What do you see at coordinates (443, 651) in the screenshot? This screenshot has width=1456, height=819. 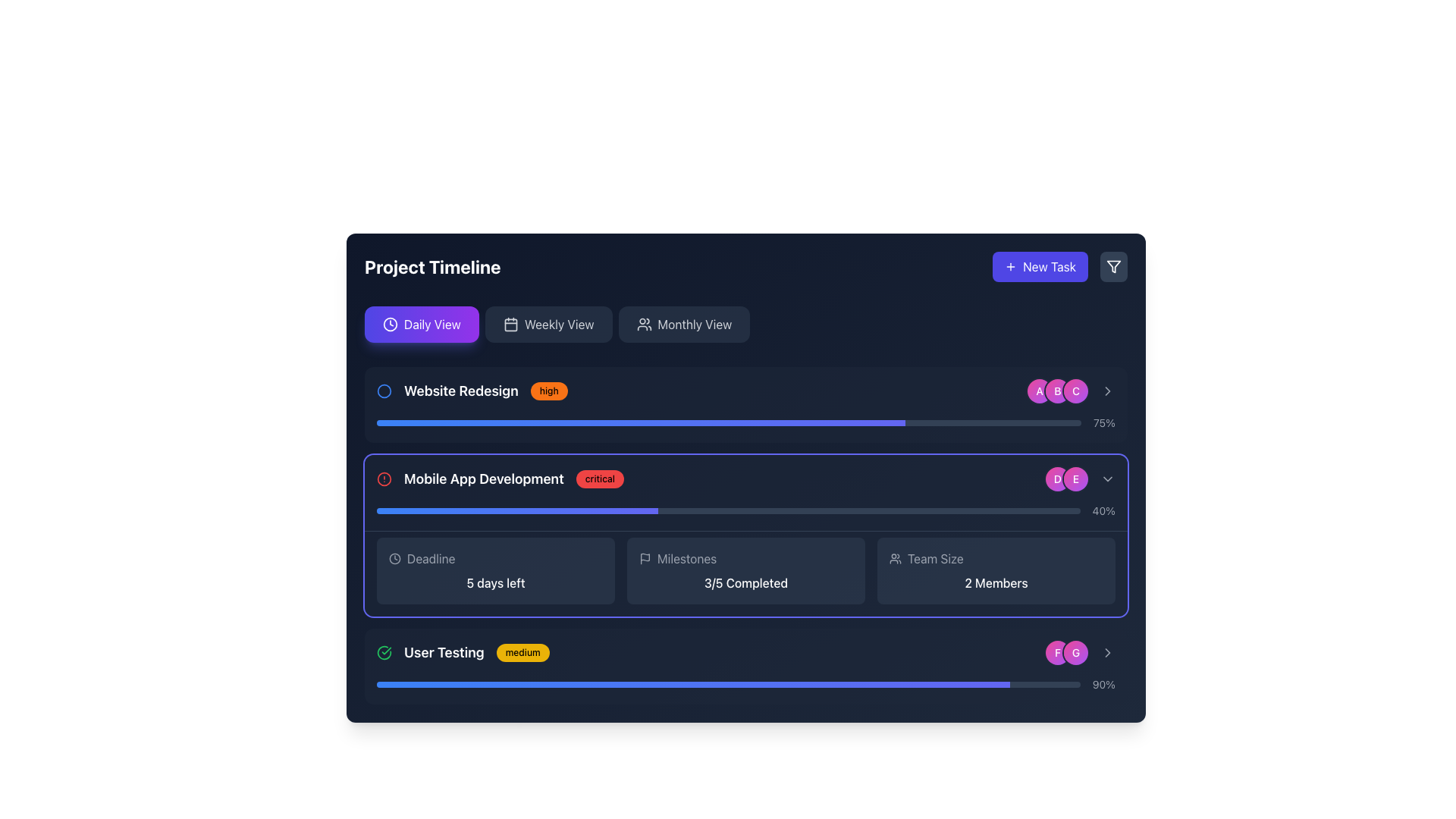 I see `the label located below the 'Mobile App Development' section, which serves as a title for a specific project or task category` at bounding box center [443, 651].